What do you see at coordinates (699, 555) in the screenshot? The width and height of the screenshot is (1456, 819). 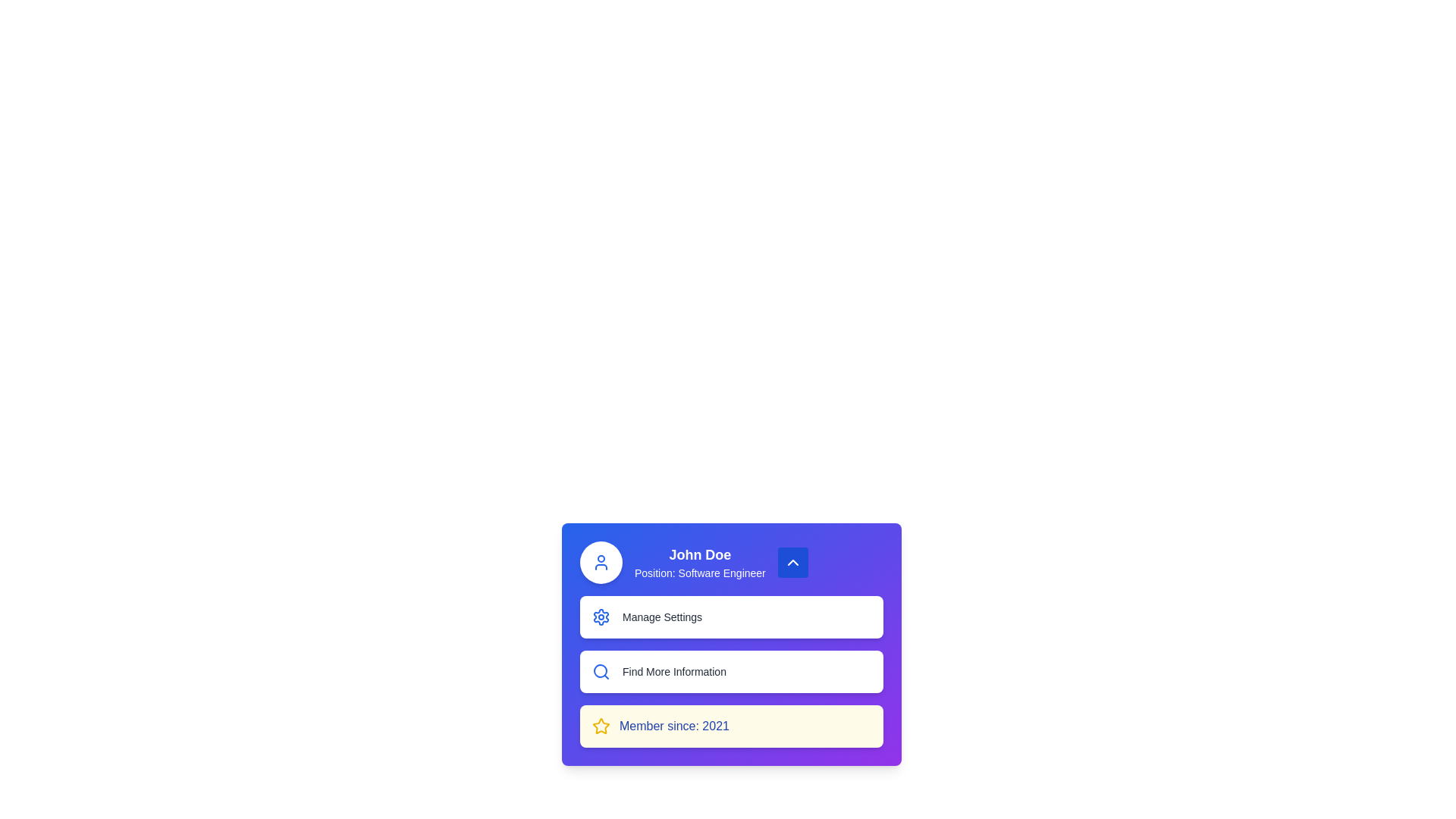 I see `the bold text label displaying 'John Doe' at the top of the user information card, which is horizontally centered above the position text` at bounding box center [699, 555].